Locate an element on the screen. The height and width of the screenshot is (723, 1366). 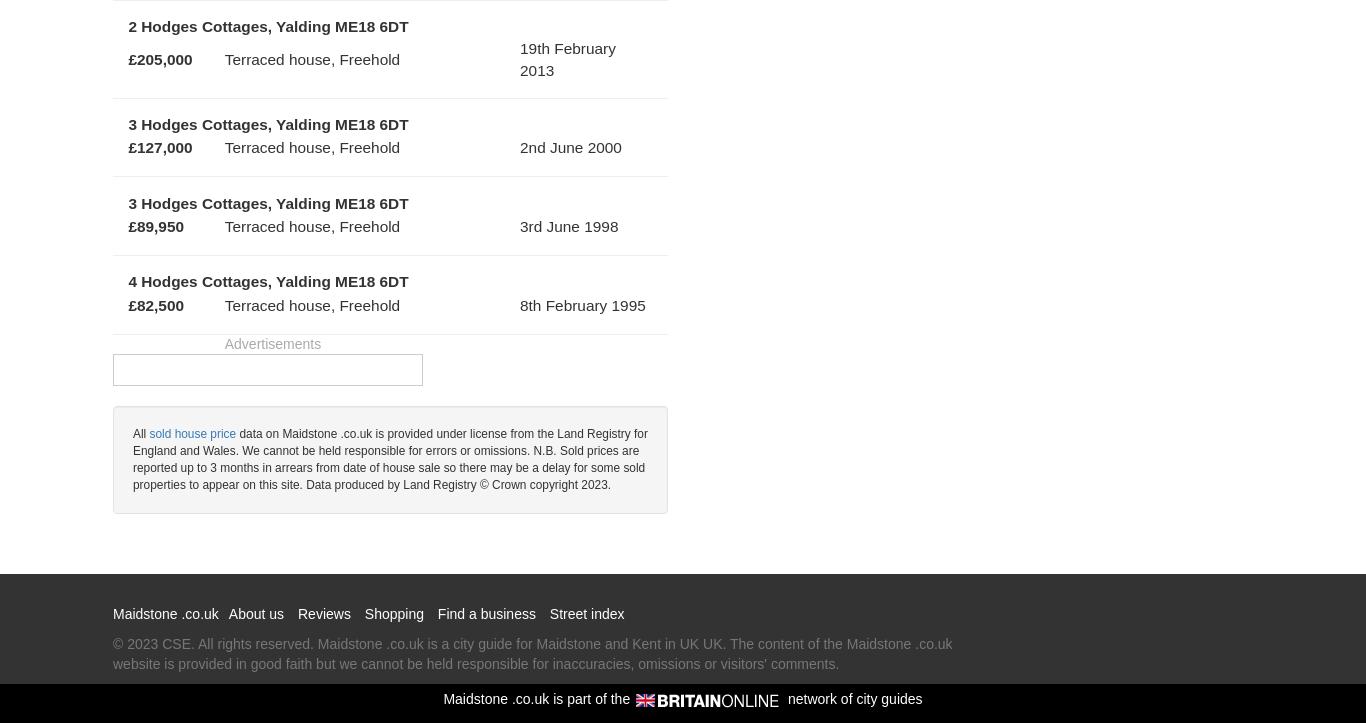
'£127,000' is located at coordinates (158, 147).